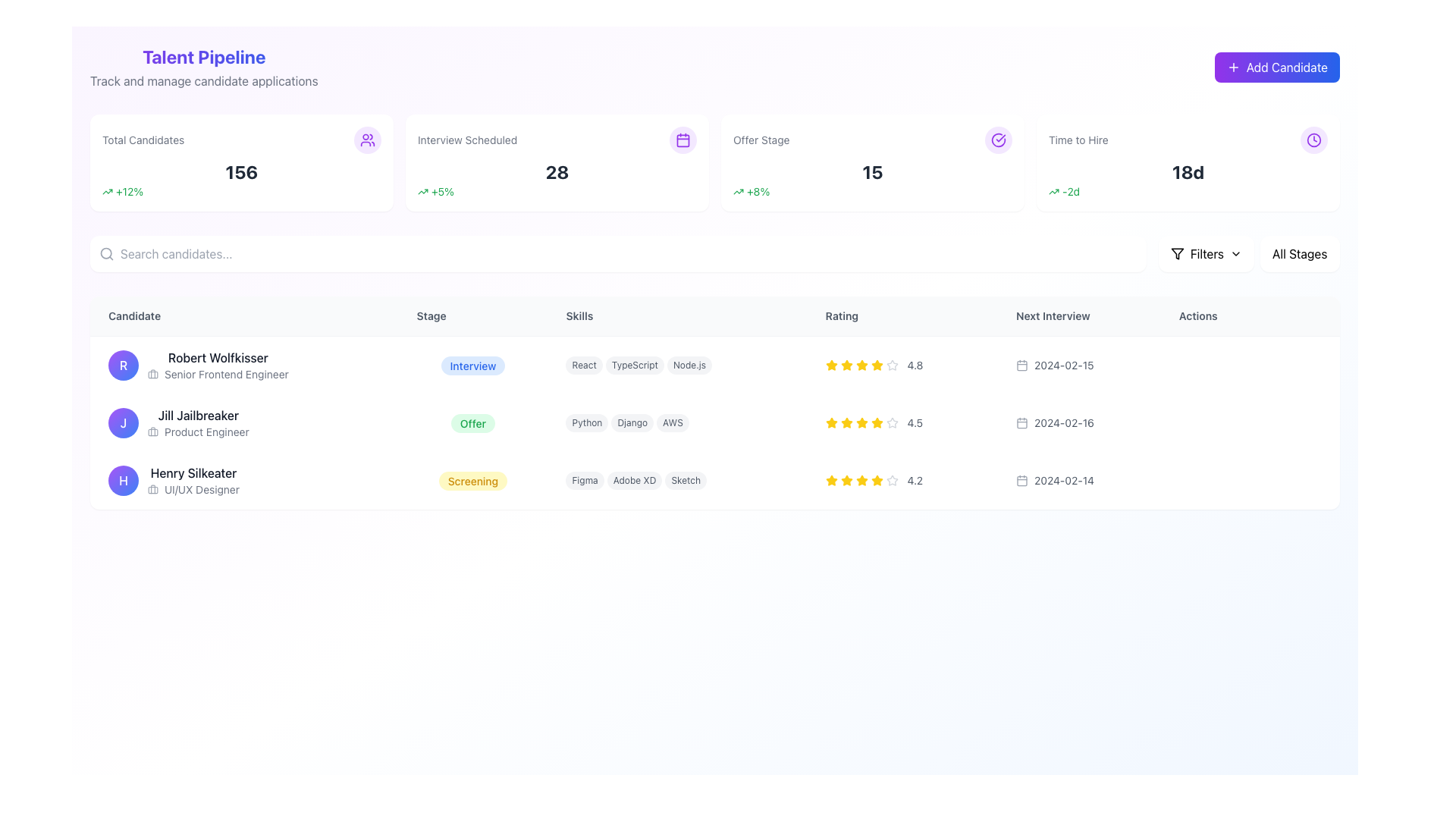  I want to click on the label element with the text 'Screening' located in the 'Stage' column for 'Henry Silkeater' in the candidates' table, which has a rounded shape and a light yellow background, so click(472, 481).